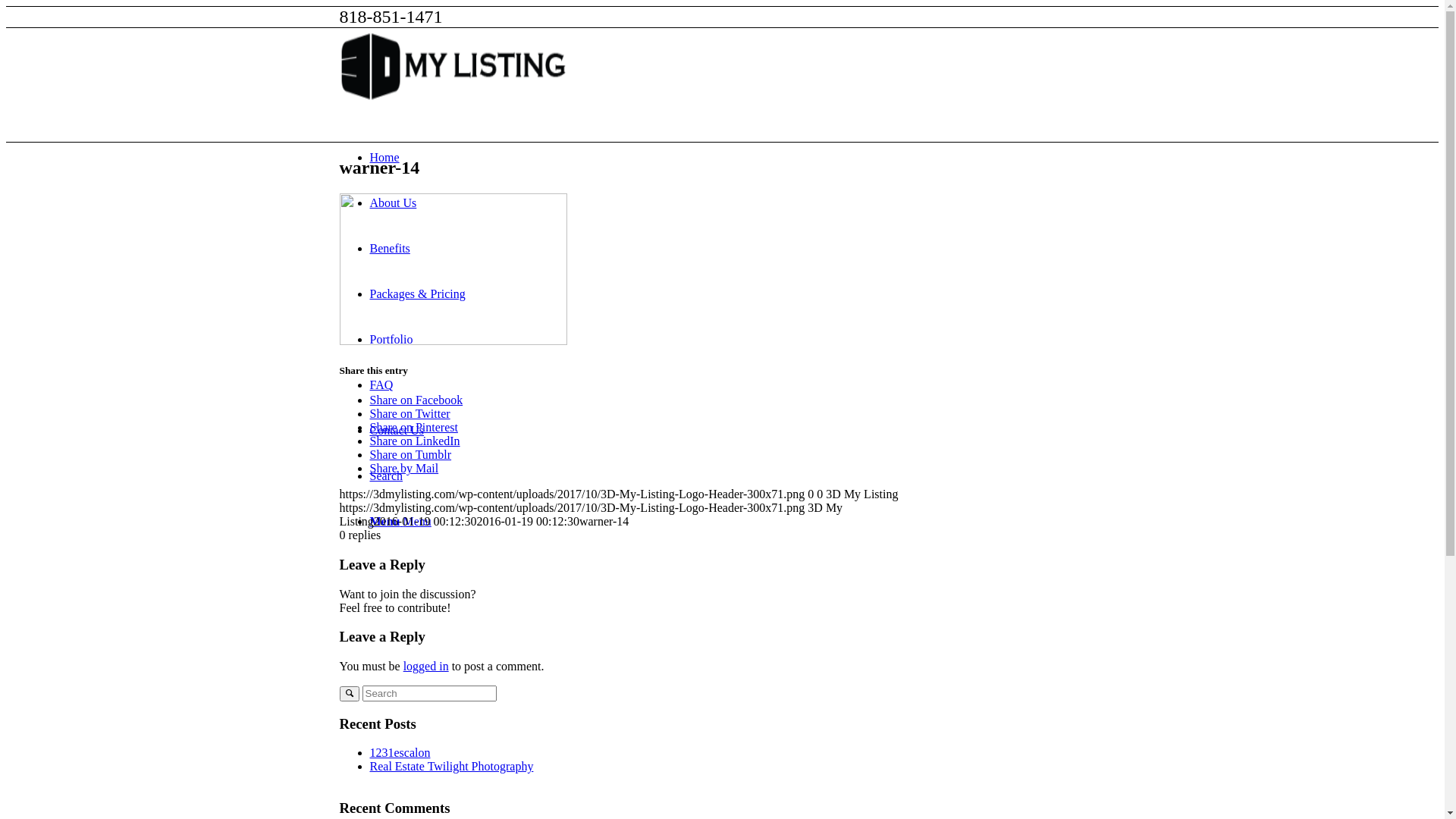  Describe the element at coordinates (381, 384) in the screenshot. I see `'FAQ'` at that location.